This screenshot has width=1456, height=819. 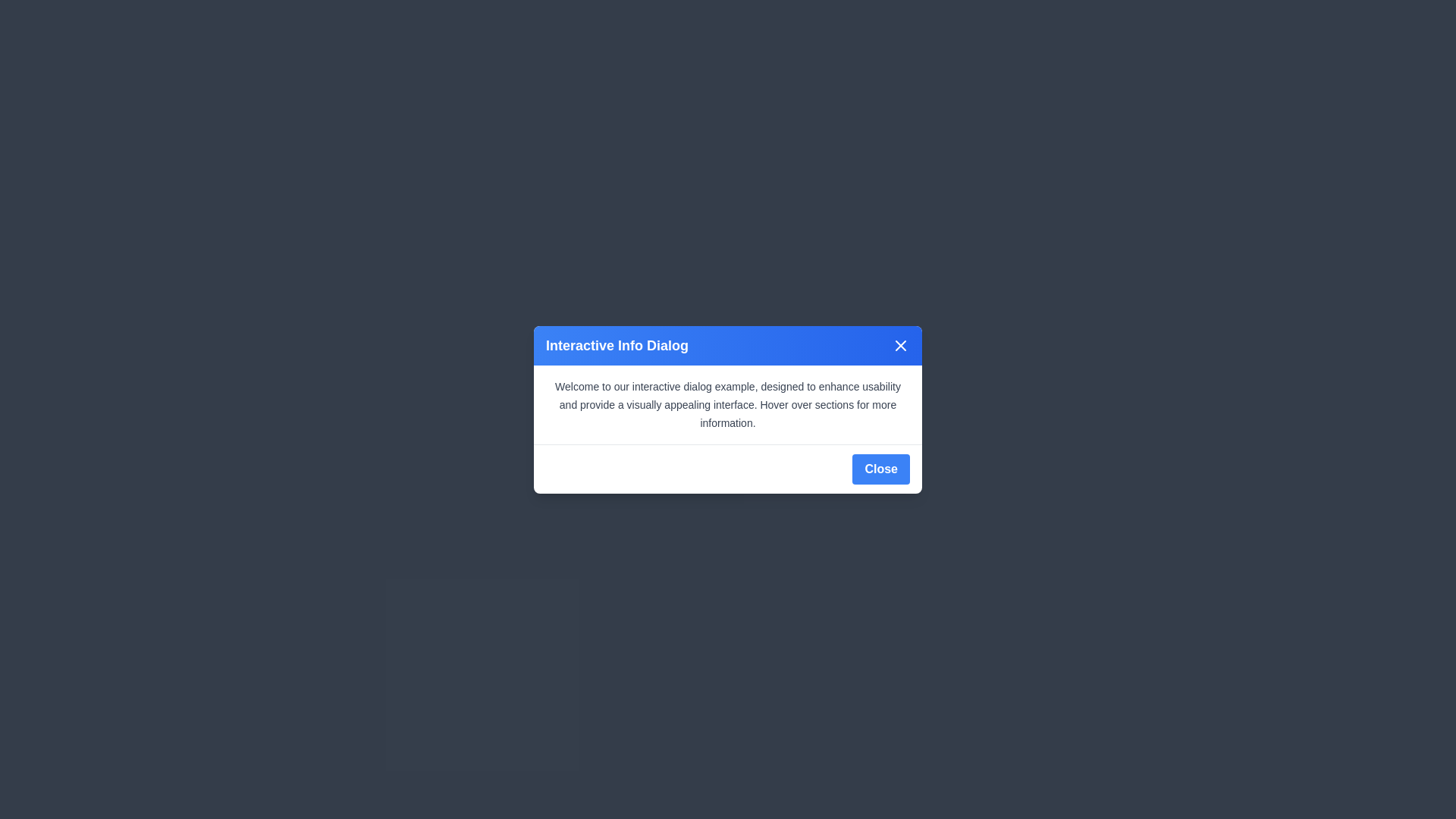 What do you see at coordinates (728, 403) in the screenshot?
I see `the section titled main text to reveal additional information` at bounding box center [728, 403].